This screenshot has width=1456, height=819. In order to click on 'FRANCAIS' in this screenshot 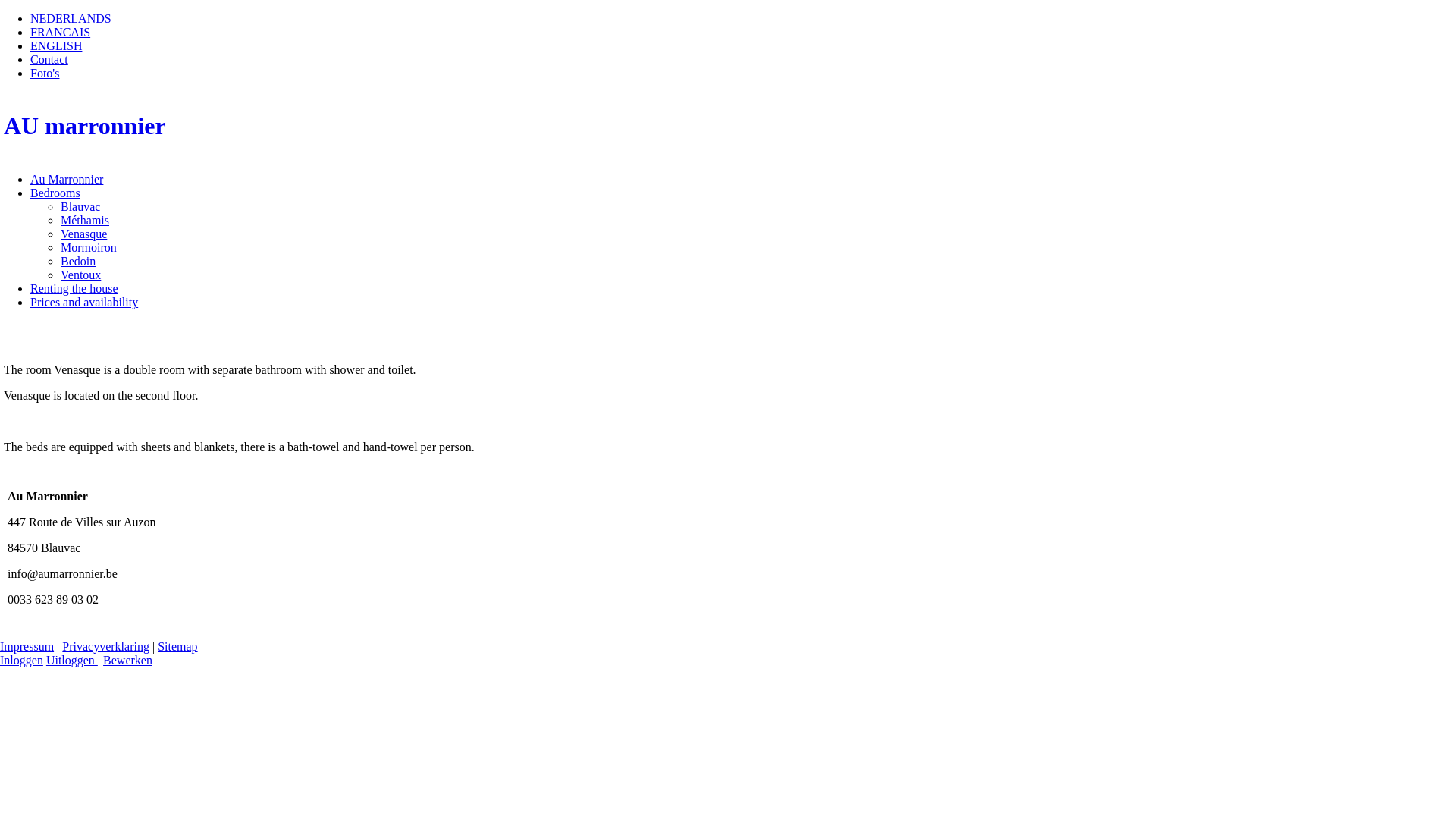, I will do `click(60, 32)`.